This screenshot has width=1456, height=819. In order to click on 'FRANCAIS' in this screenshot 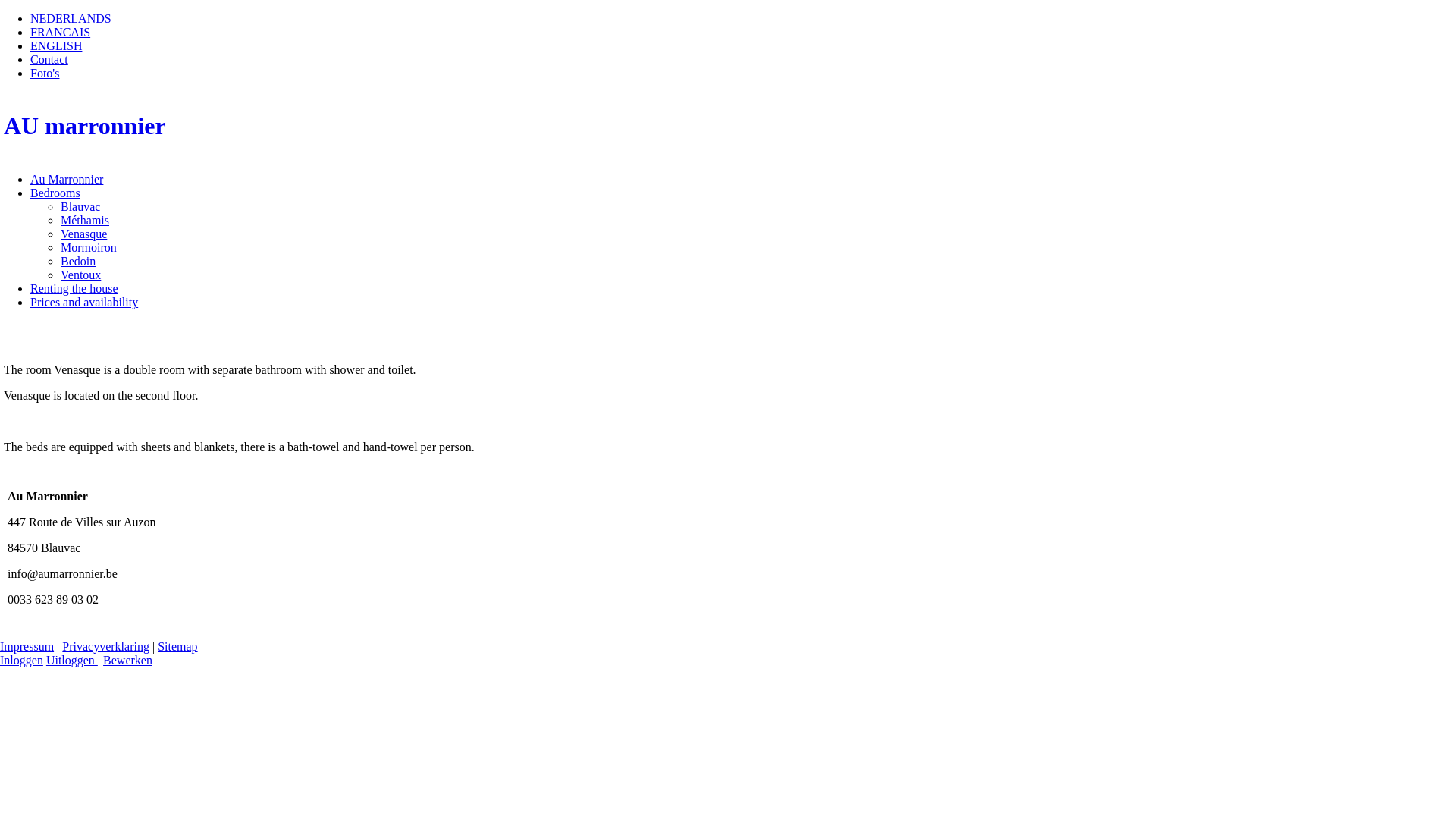, I will do `click(60, 32)`.